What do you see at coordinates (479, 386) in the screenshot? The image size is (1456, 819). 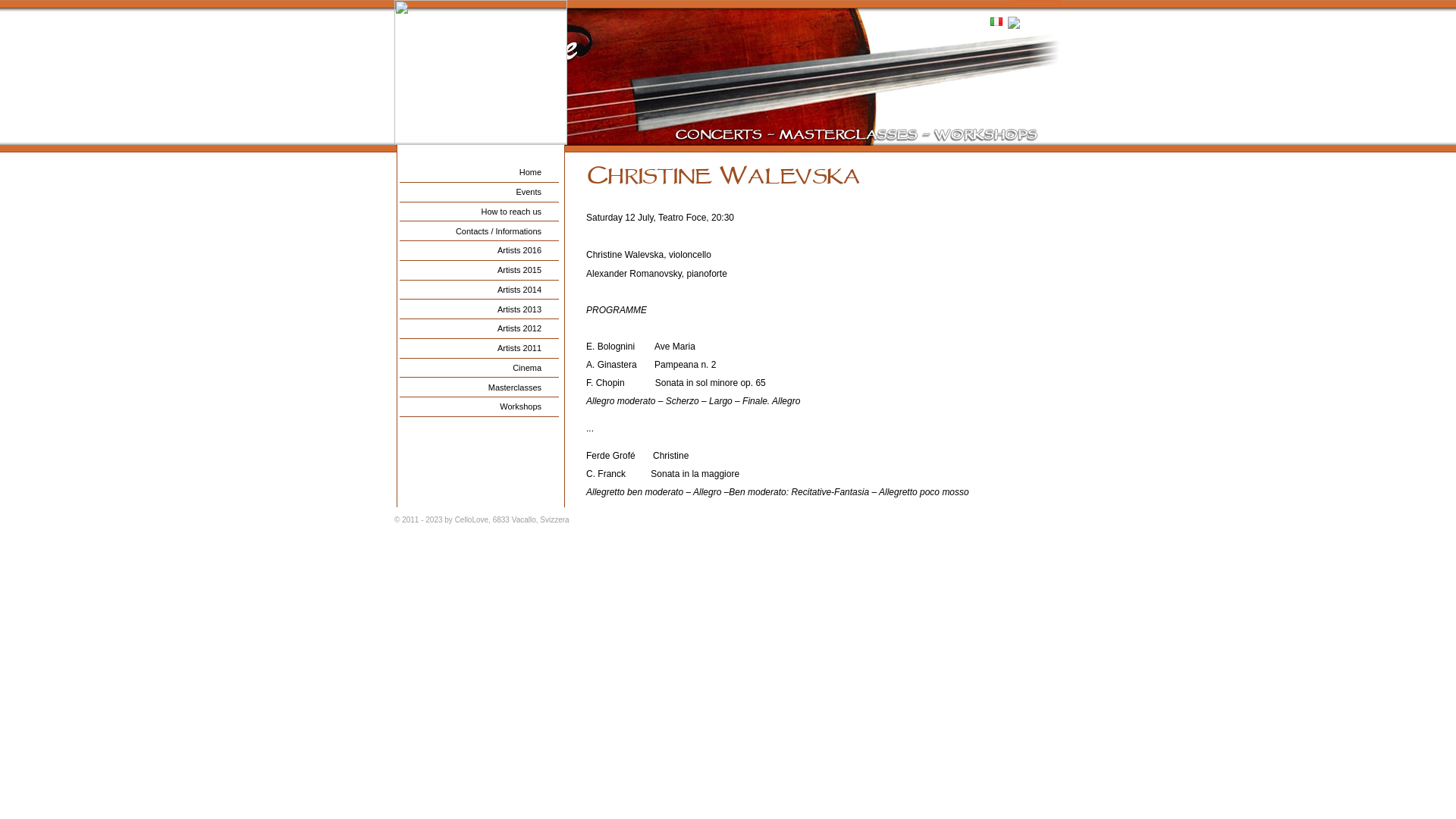 I see `'Masterclasses'` at bounding box center [479, 386].